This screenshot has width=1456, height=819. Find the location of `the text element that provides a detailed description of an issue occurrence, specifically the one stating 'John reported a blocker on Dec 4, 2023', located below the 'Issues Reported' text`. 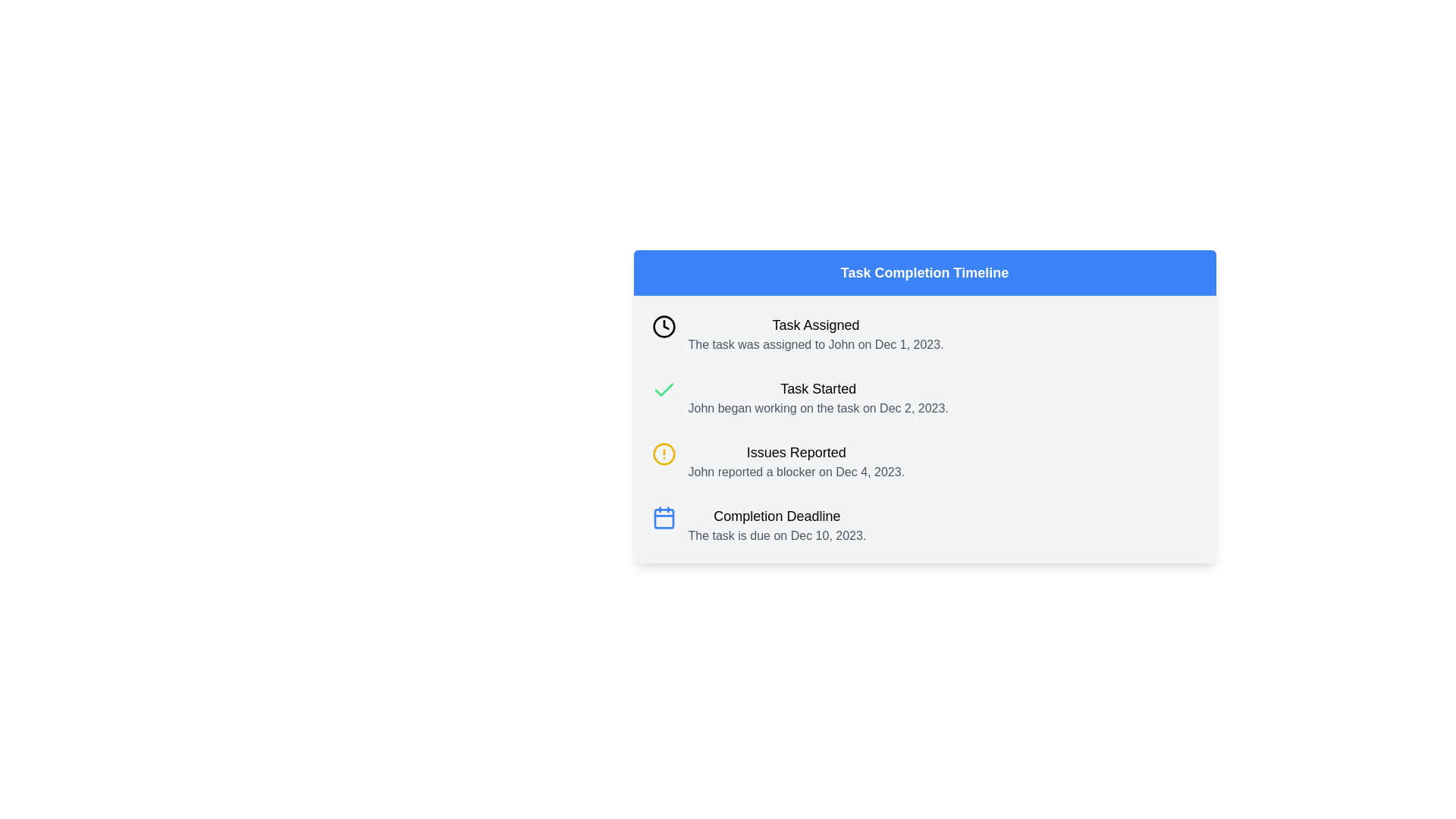

the text element that provides a detailed description of an issue occurrence, specifically the one stating 'John reported a blocker on Dec 4, 2023', located below the 'Issues Reported' text is located at coordinates (795, 472).